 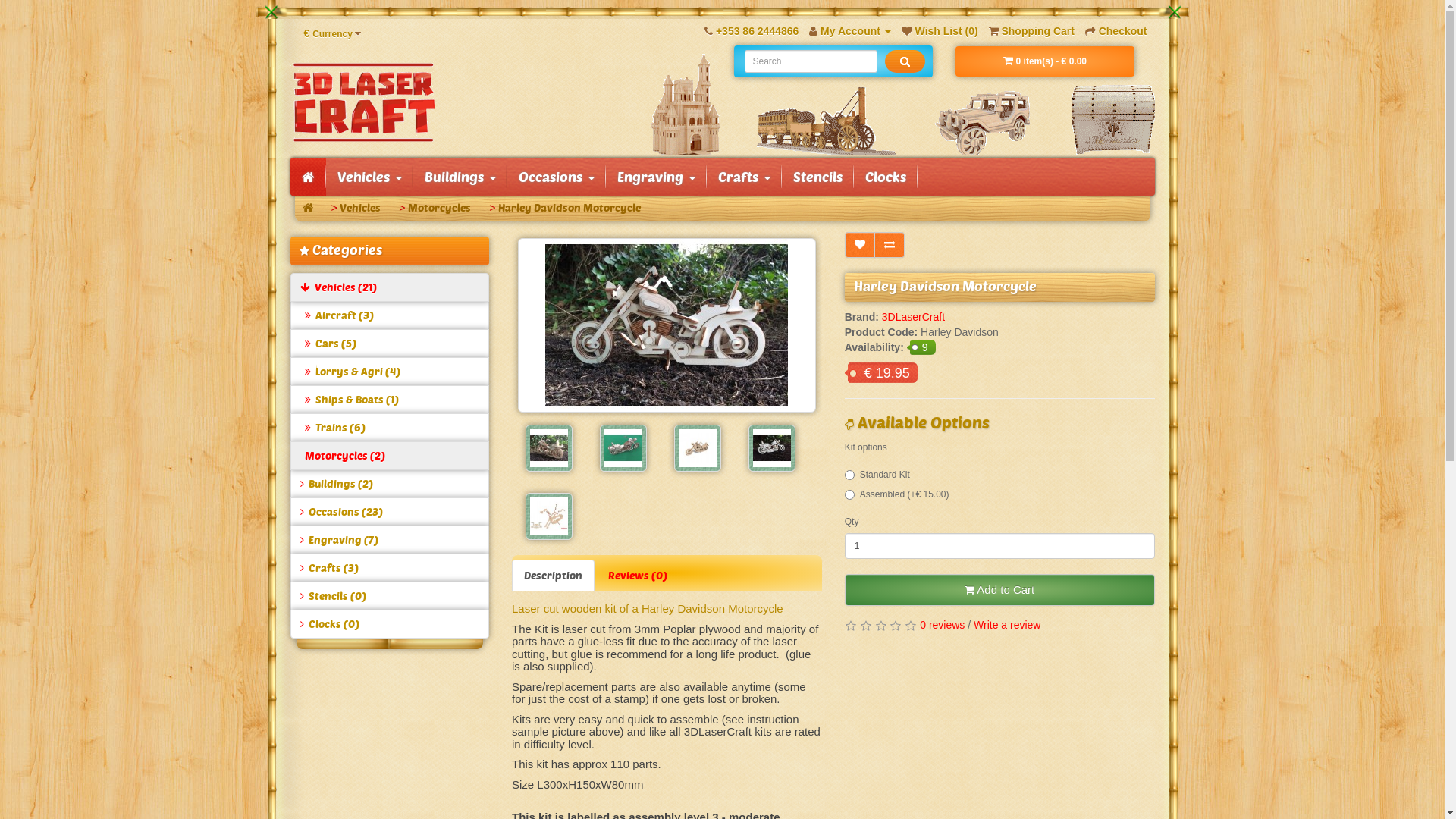 I want to click on 'Write a review', so click(x=1007, y=625).